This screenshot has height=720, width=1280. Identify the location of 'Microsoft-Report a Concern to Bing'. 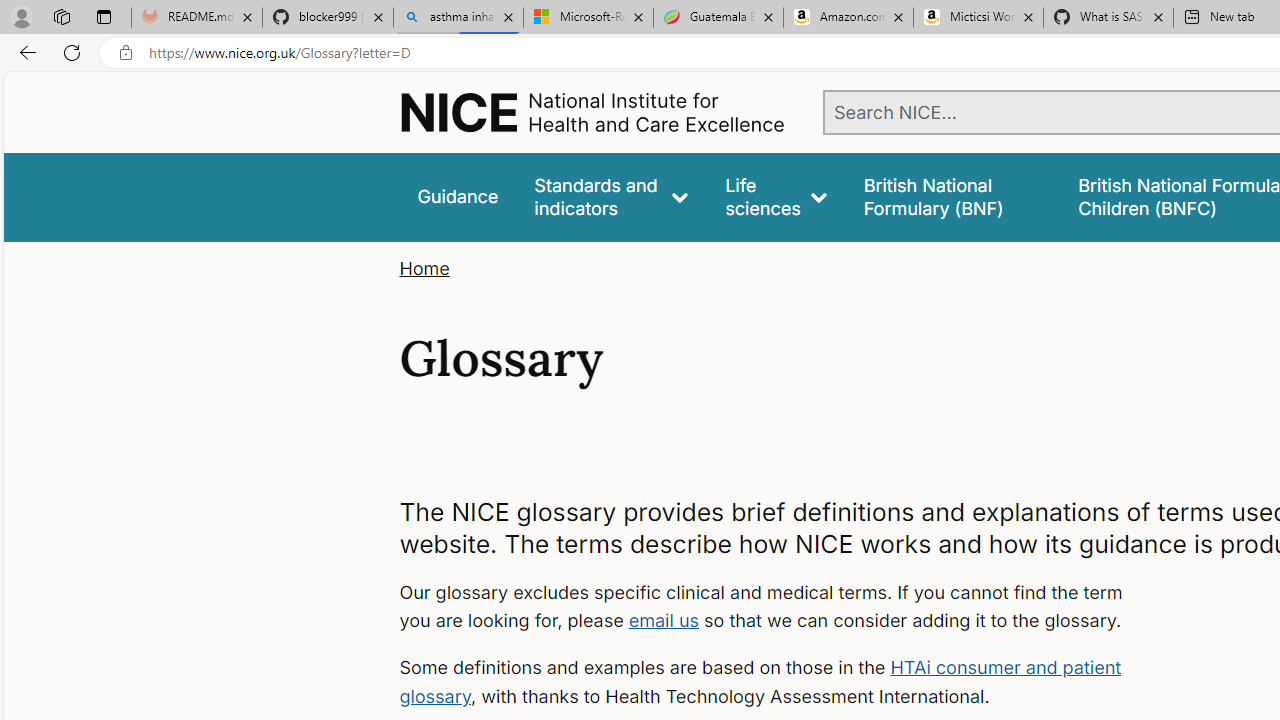
(587, 17).